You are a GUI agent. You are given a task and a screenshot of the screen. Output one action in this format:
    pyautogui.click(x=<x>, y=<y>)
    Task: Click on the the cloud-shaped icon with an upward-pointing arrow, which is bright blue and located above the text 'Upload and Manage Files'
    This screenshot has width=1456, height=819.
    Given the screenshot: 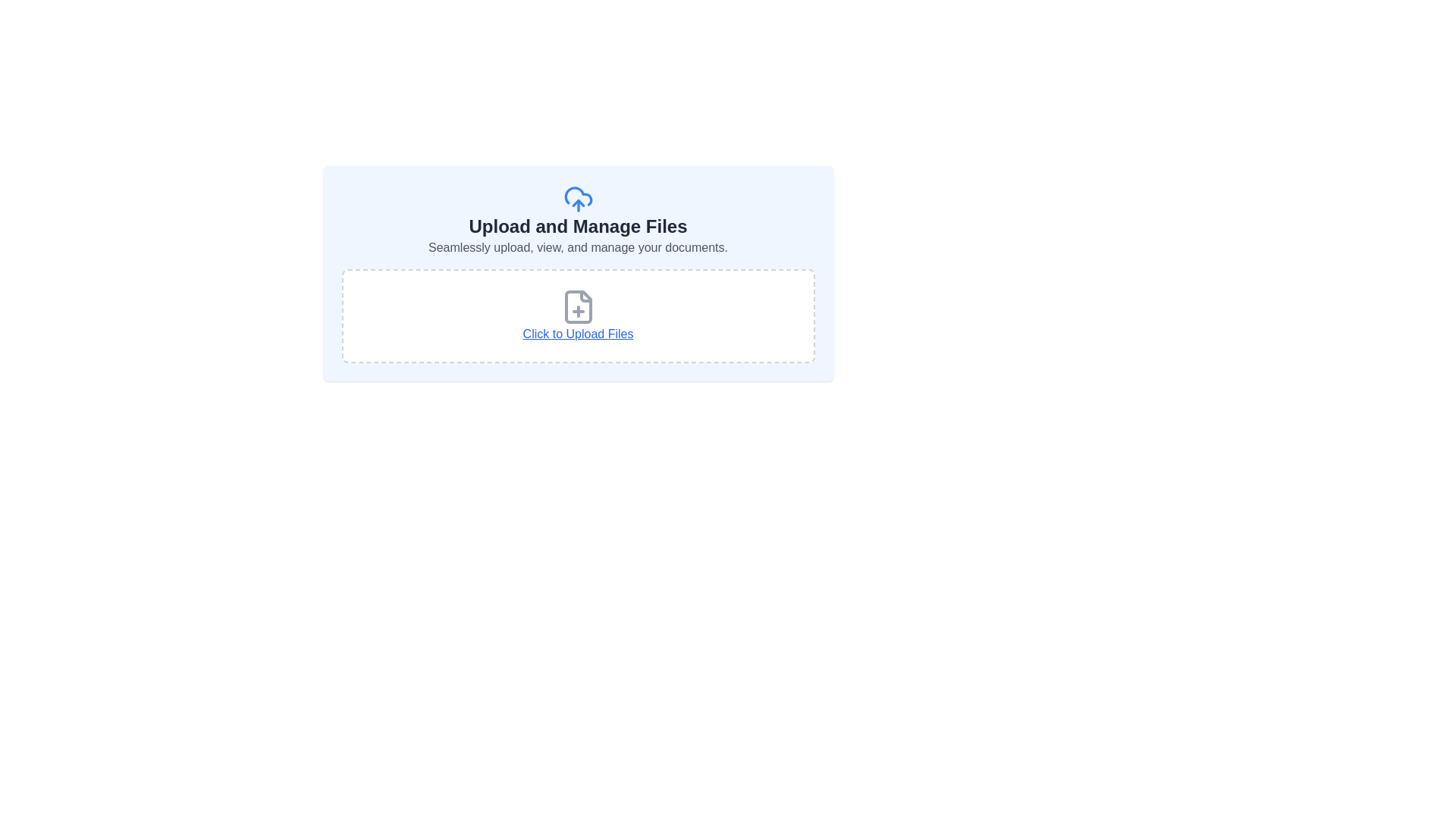 What is the action you would take?
    pyautogui.click(x=577, y=198)
    